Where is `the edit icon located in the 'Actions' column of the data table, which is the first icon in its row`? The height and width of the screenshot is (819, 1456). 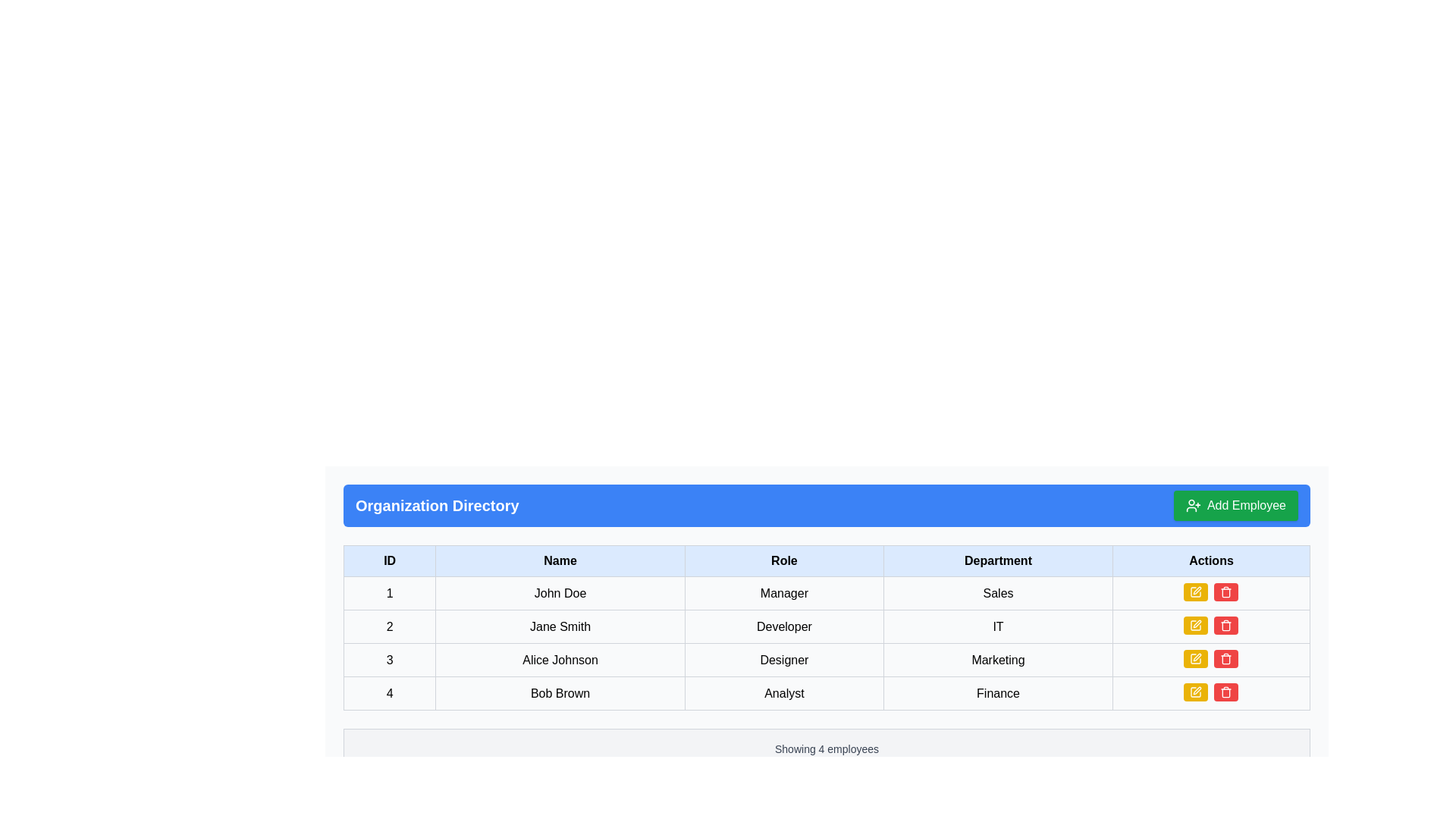 the edit icon located in the 'Actions' column of the data table, which is the first icon in its row is located at coordinates (1197, 590).